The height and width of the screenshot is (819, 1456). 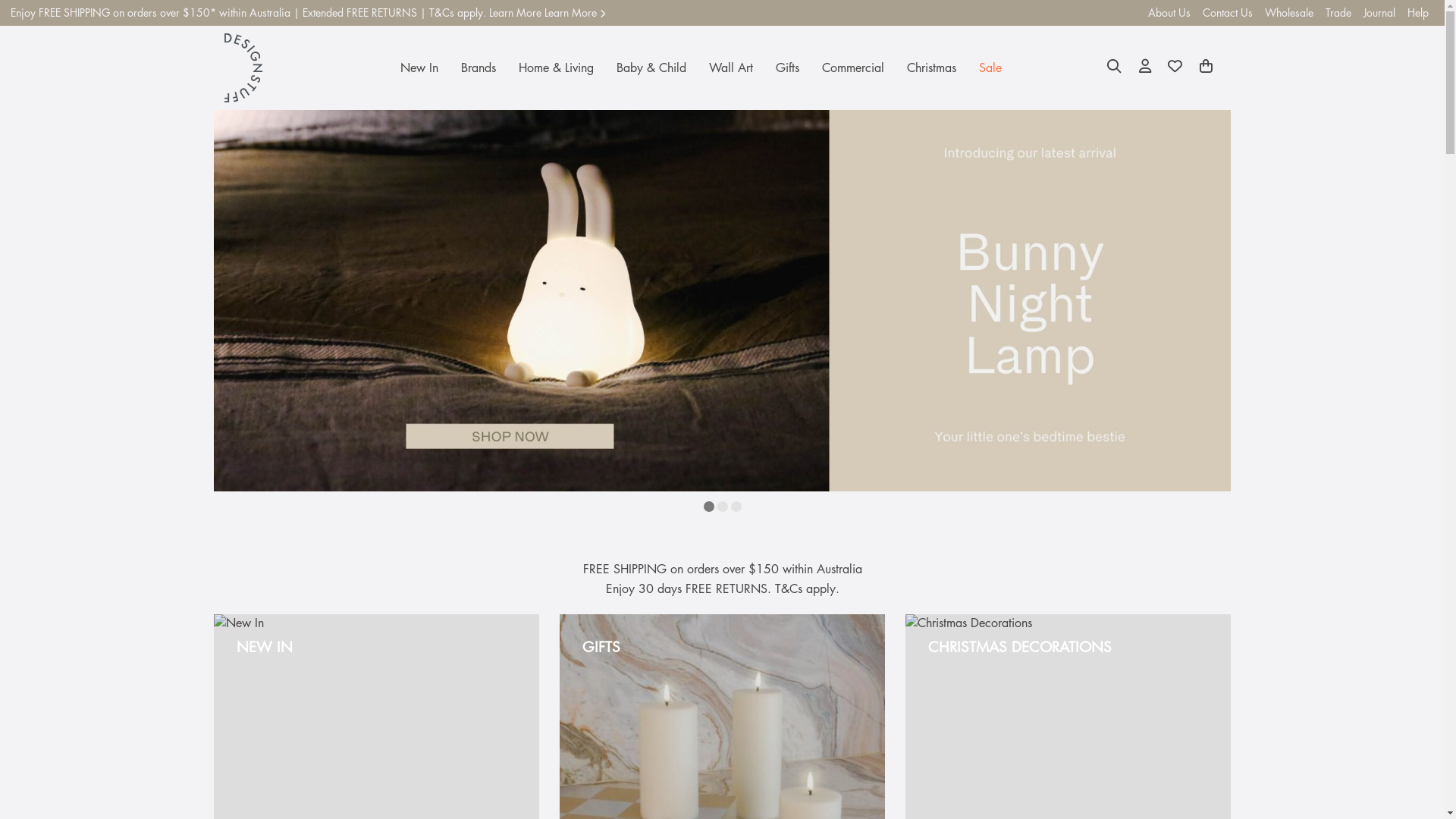 I want to click on 'Baby & Child', so click(x=651, y=67).